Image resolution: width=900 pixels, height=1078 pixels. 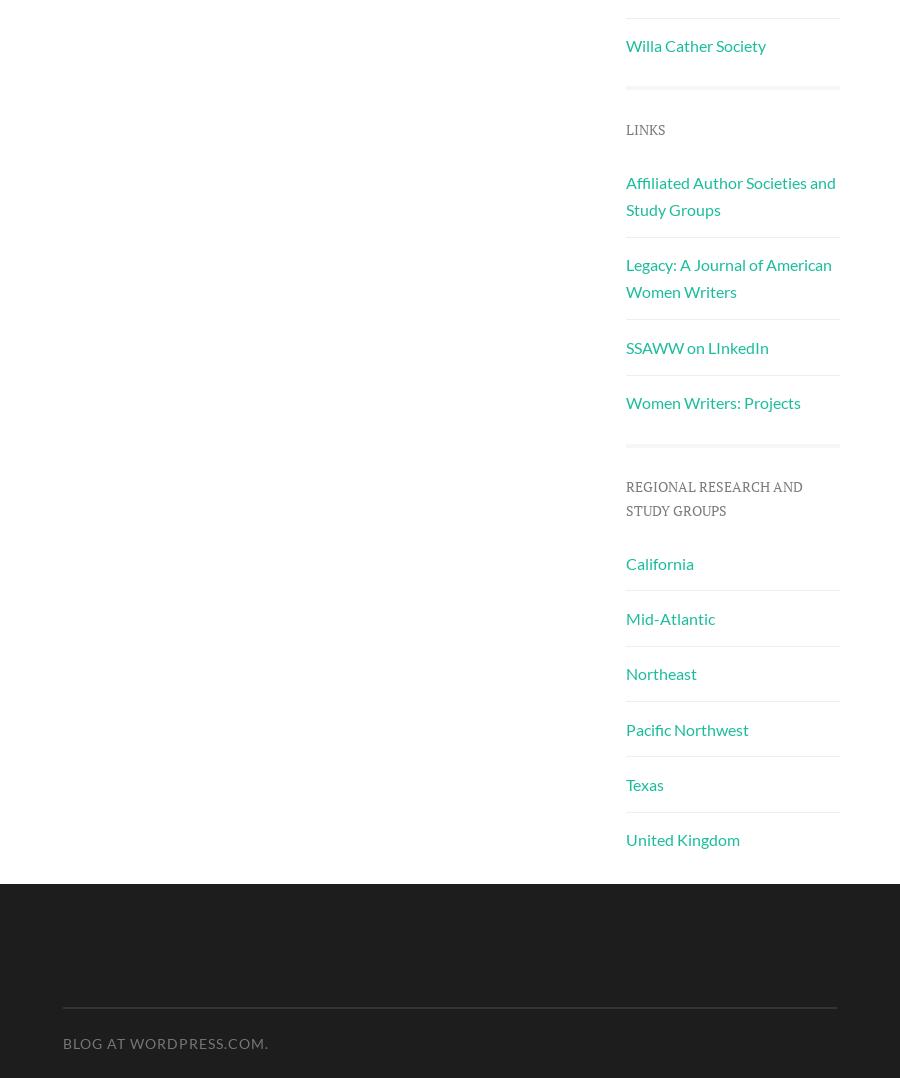 I want to click on 'Women Writers: Projects', so click(x=711, y=401).